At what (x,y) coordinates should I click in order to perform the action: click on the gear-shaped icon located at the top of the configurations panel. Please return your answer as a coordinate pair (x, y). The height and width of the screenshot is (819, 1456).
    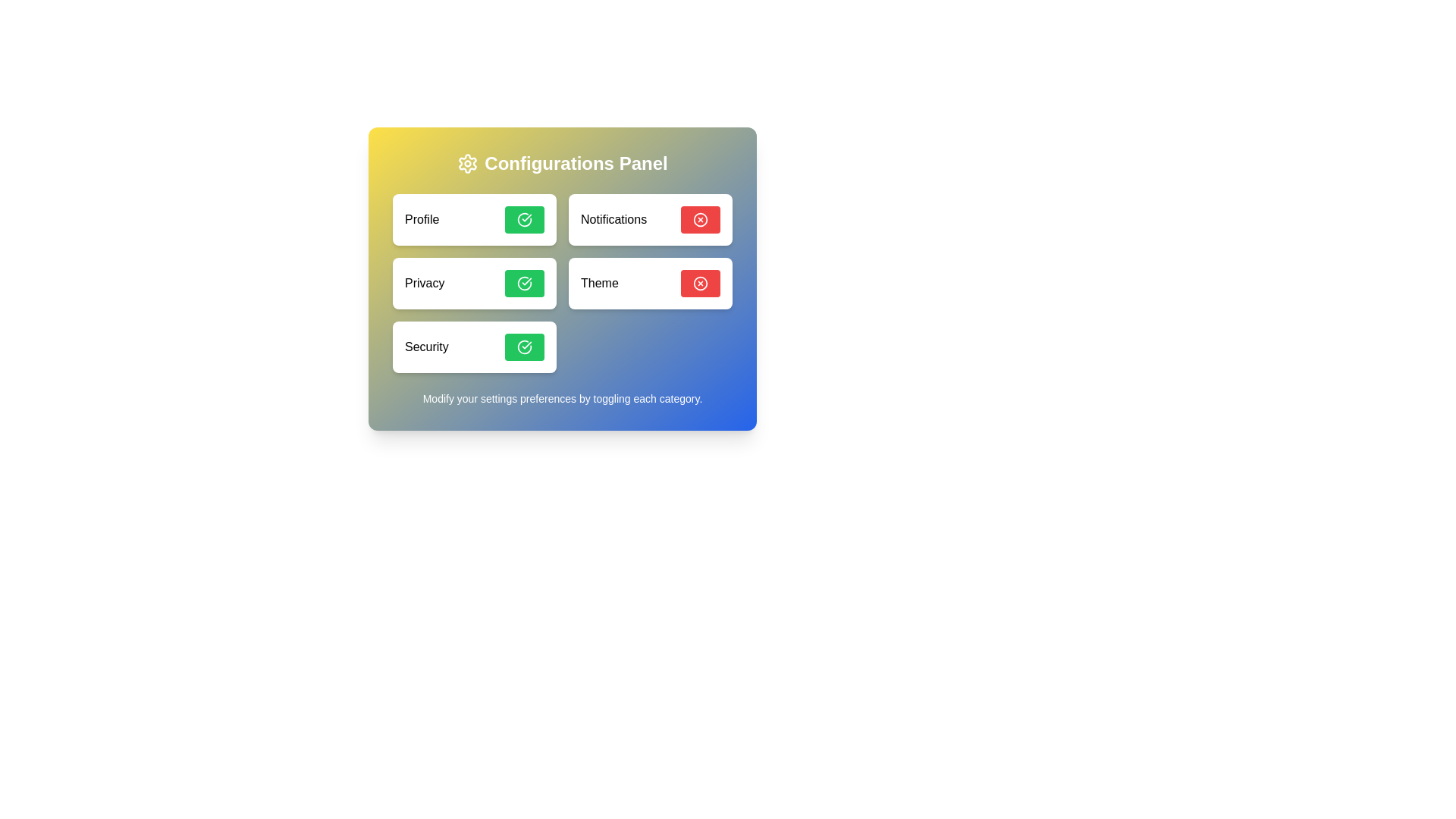
    Looking at the image, I should click on (467, 164).